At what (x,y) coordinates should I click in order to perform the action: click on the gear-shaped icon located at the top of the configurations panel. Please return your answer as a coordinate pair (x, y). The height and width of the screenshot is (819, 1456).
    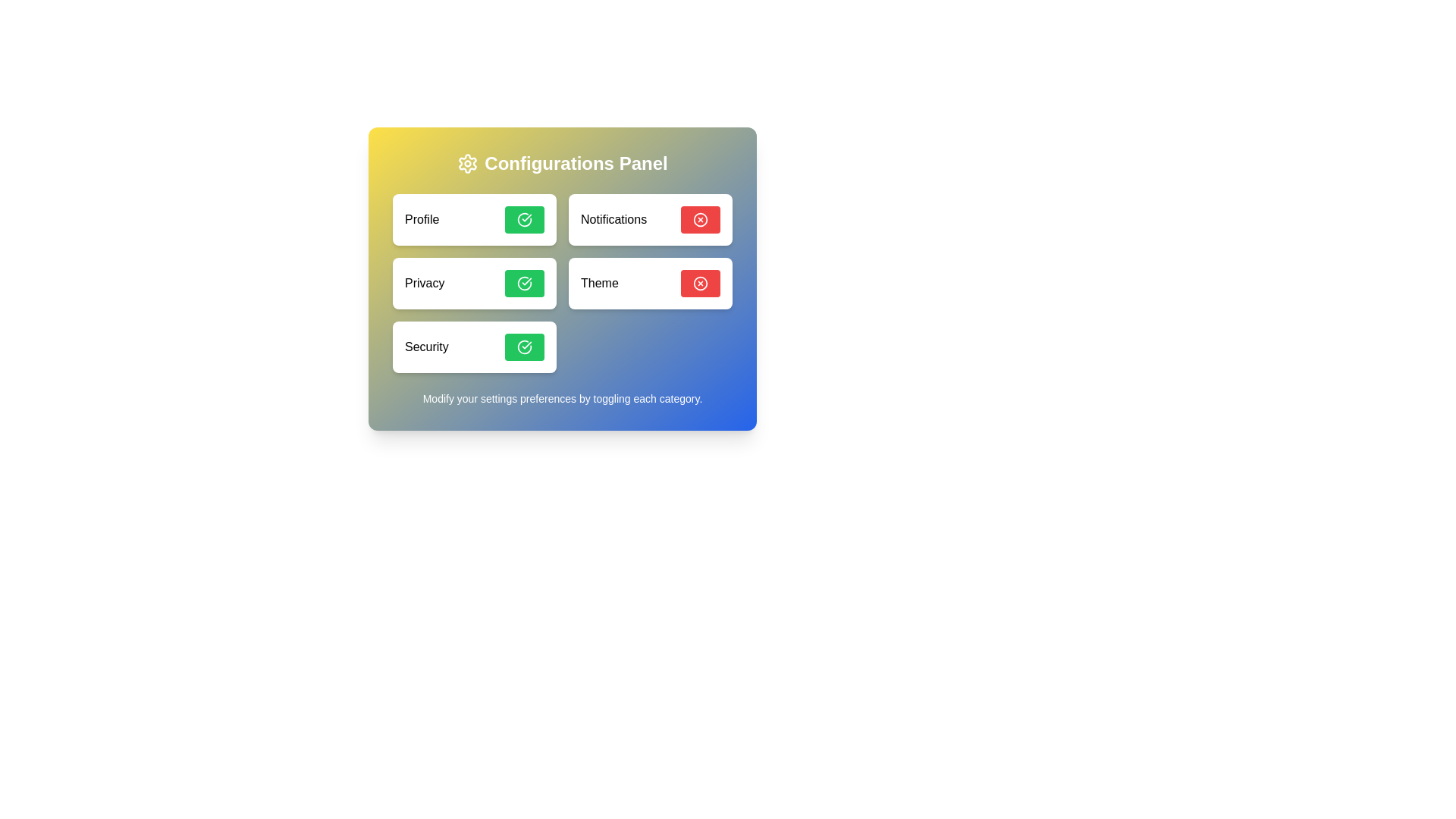
    Looking at the image, I should click on (467, 164).